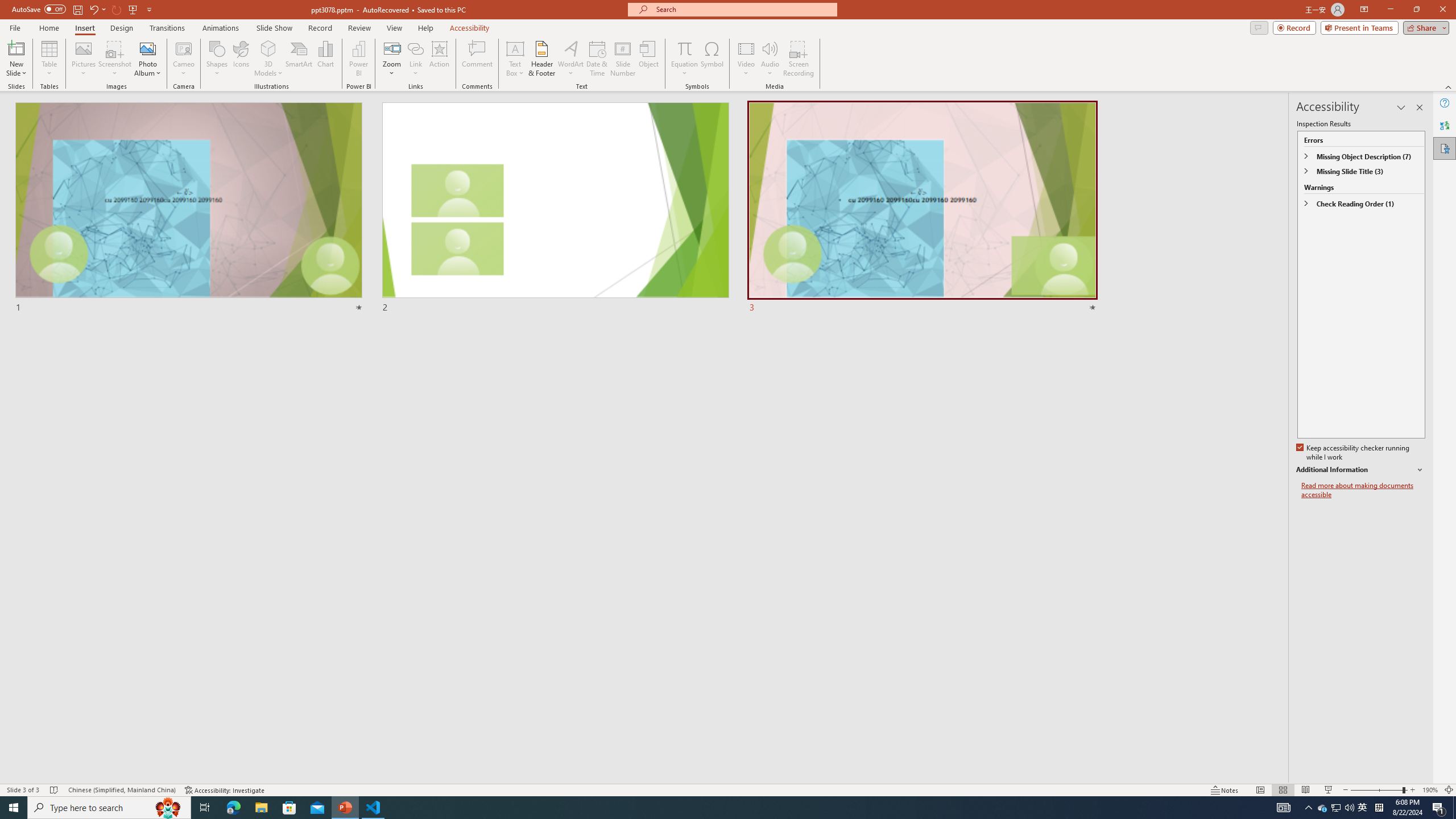 The width and height of the screenshot is (1456, 819). I want to click on '3D Models', so click(268, 48).